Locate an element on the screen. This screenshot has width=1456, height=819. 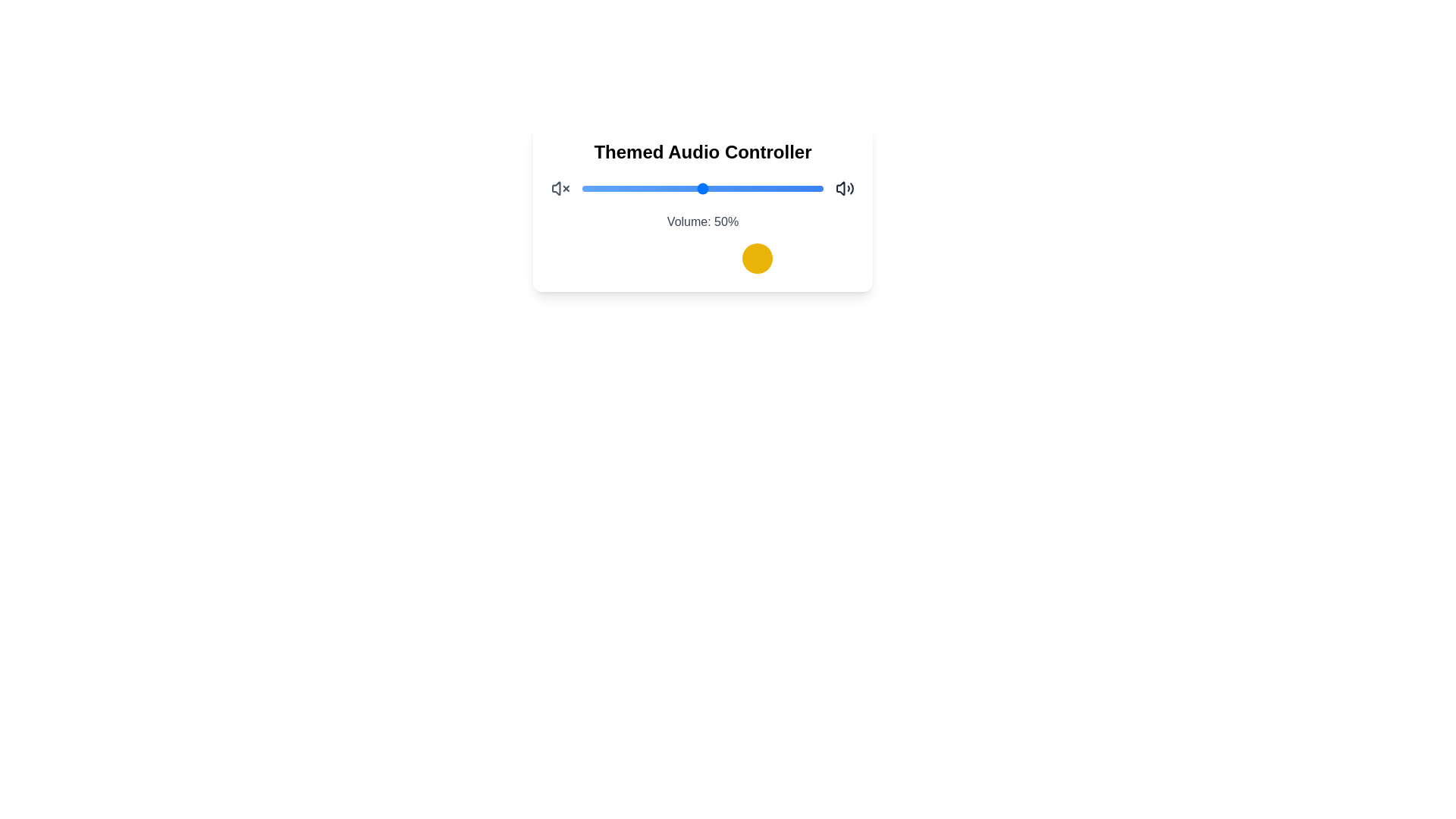
the green button to change the theme is located at coordinates (720, 257).